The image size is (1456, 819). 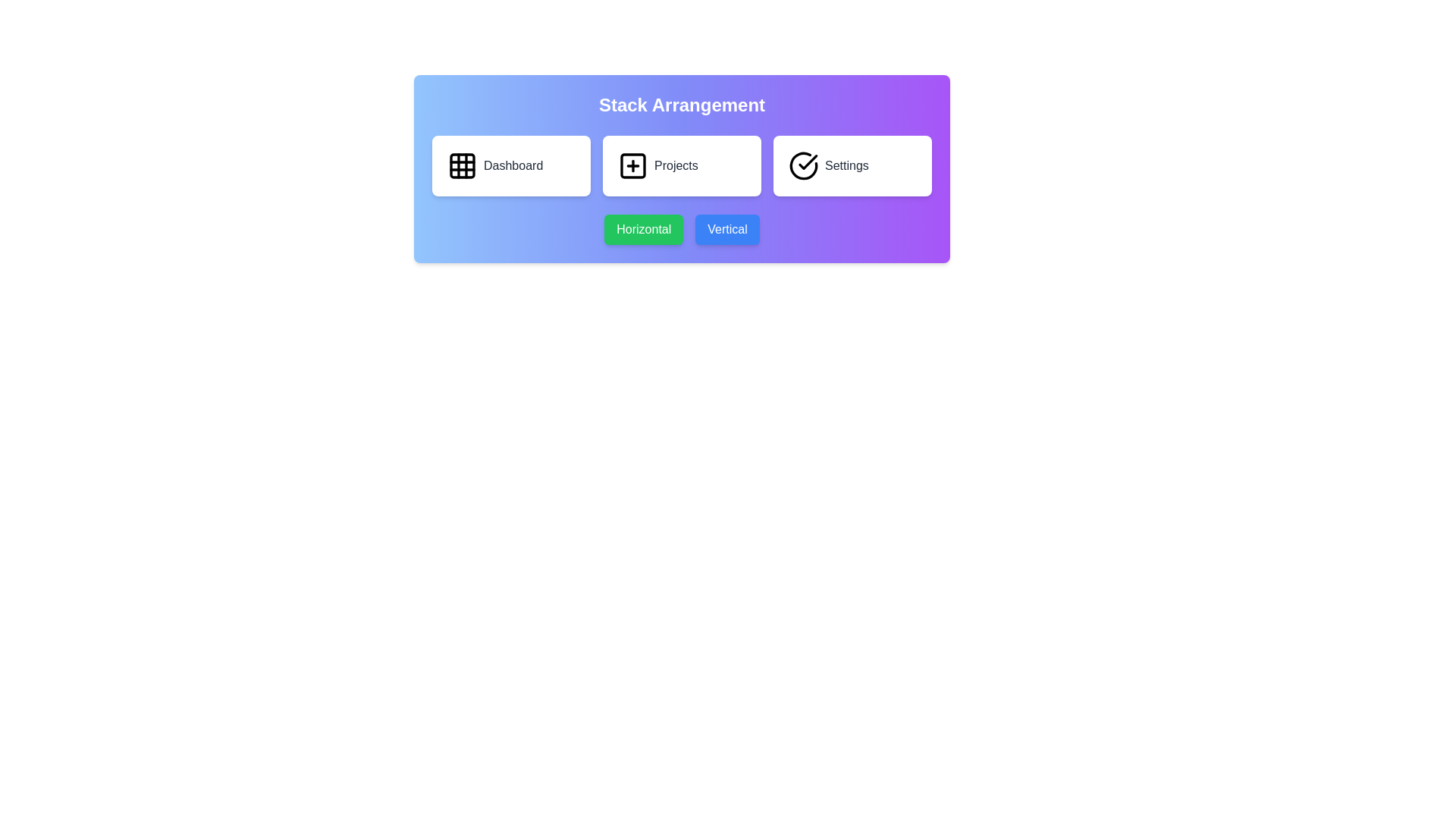 I want to click on the top-left decorative grid cell of the 'Dashboard' icon, which represents the navigation or overview section of the interface, so click(x=461, y=166).